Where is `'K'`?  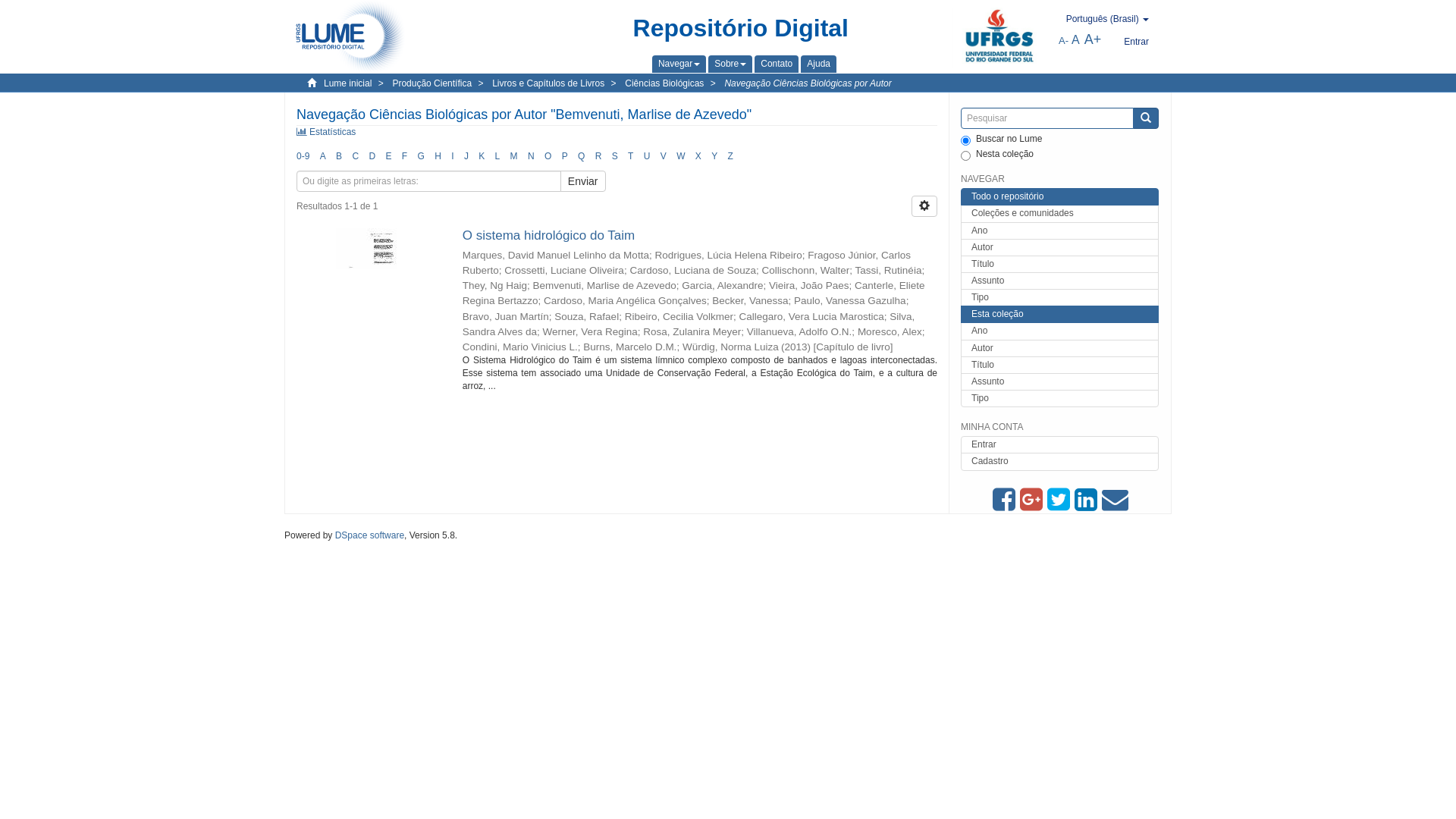 'K' is located at coordinates (480, 155).